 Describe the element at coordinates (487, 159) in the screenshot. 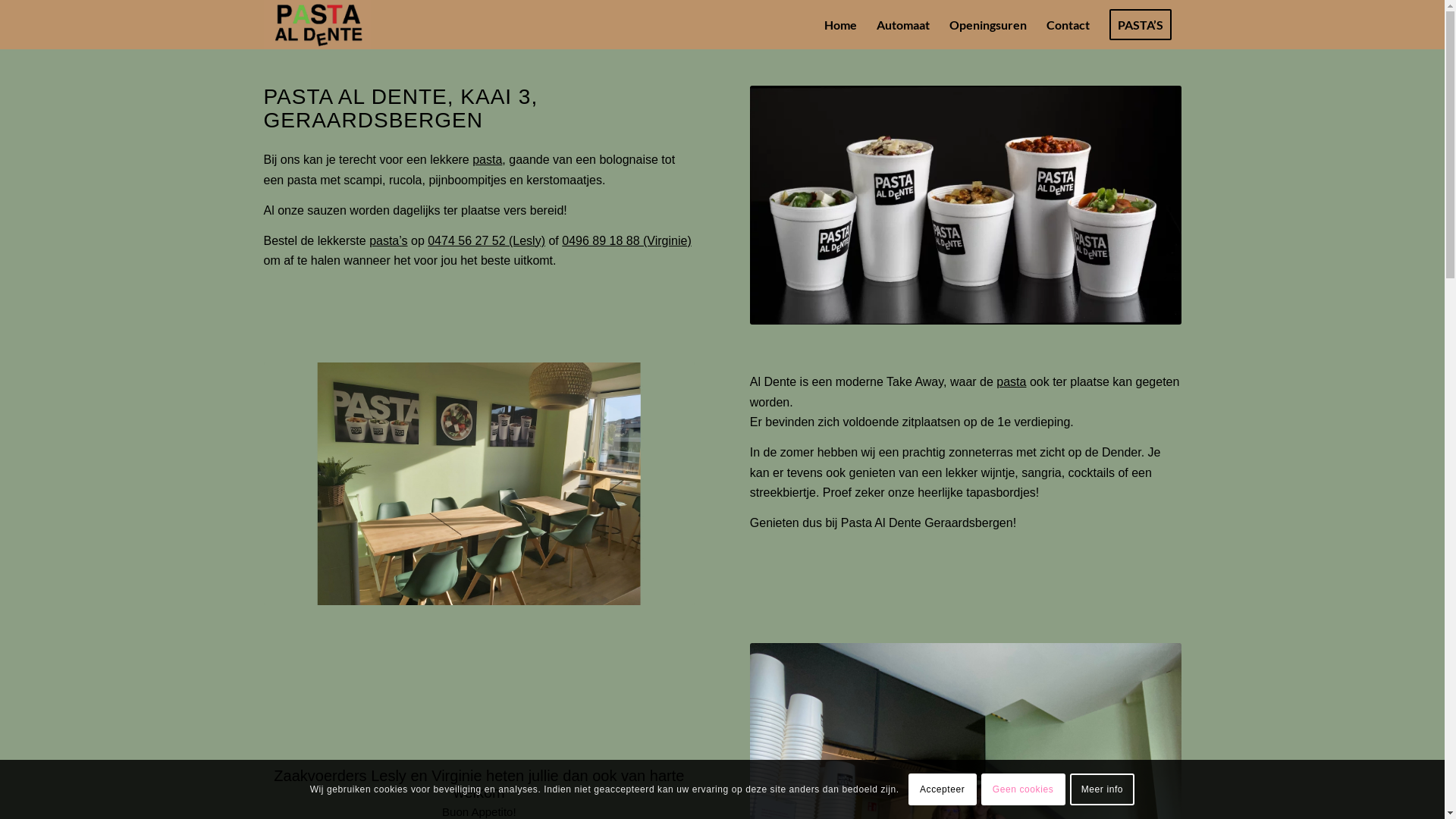

I see `'pasta'` at that location.